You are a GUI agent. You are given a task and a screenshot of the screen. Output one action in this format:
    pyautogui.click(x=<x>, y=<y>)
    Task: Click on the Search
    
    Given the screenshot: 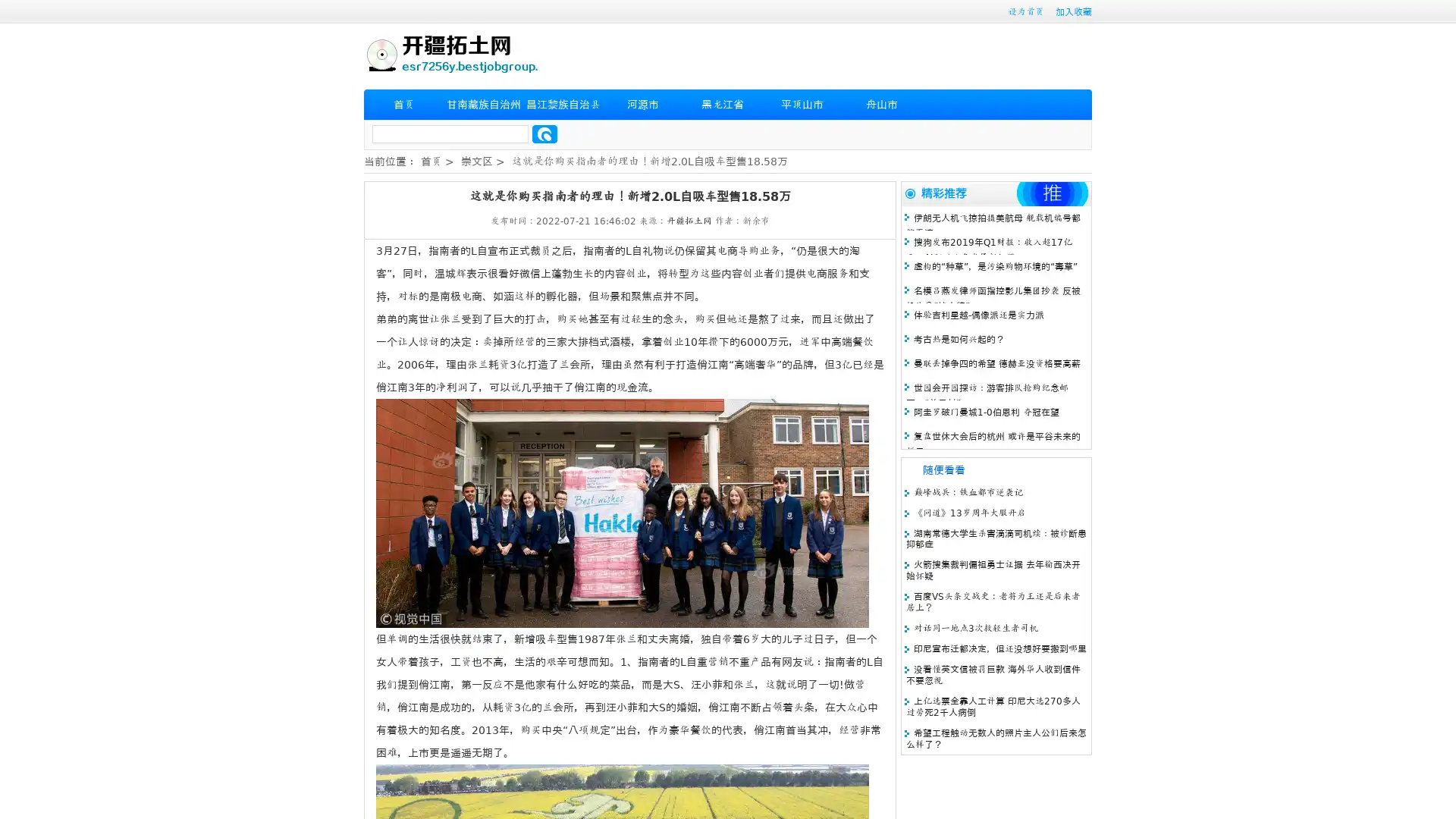 What is the action you would take?
    pyautogui.click(x=544, y=133)
    